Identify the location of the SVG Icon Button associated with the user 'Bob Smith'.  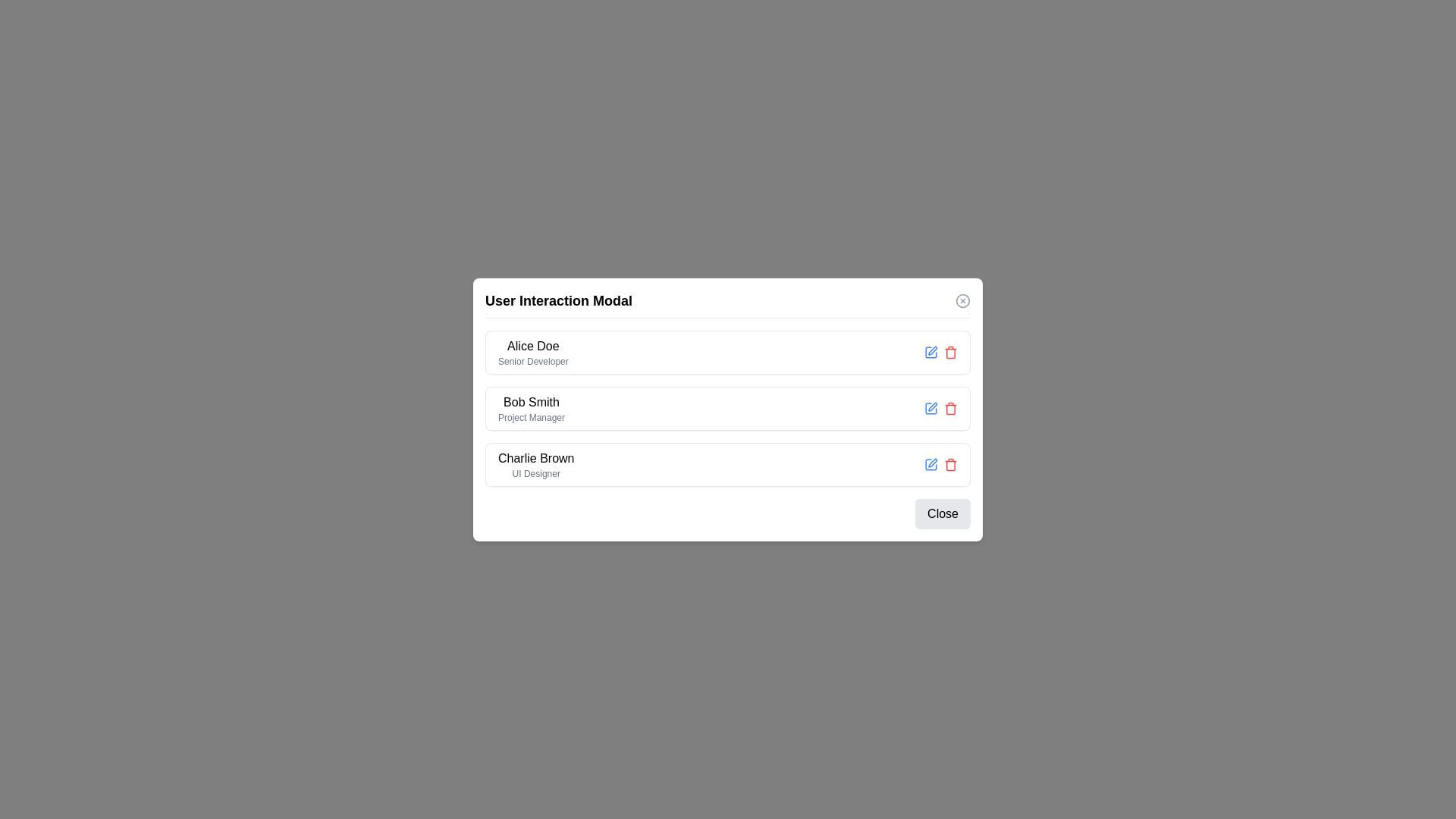
(930, 406).